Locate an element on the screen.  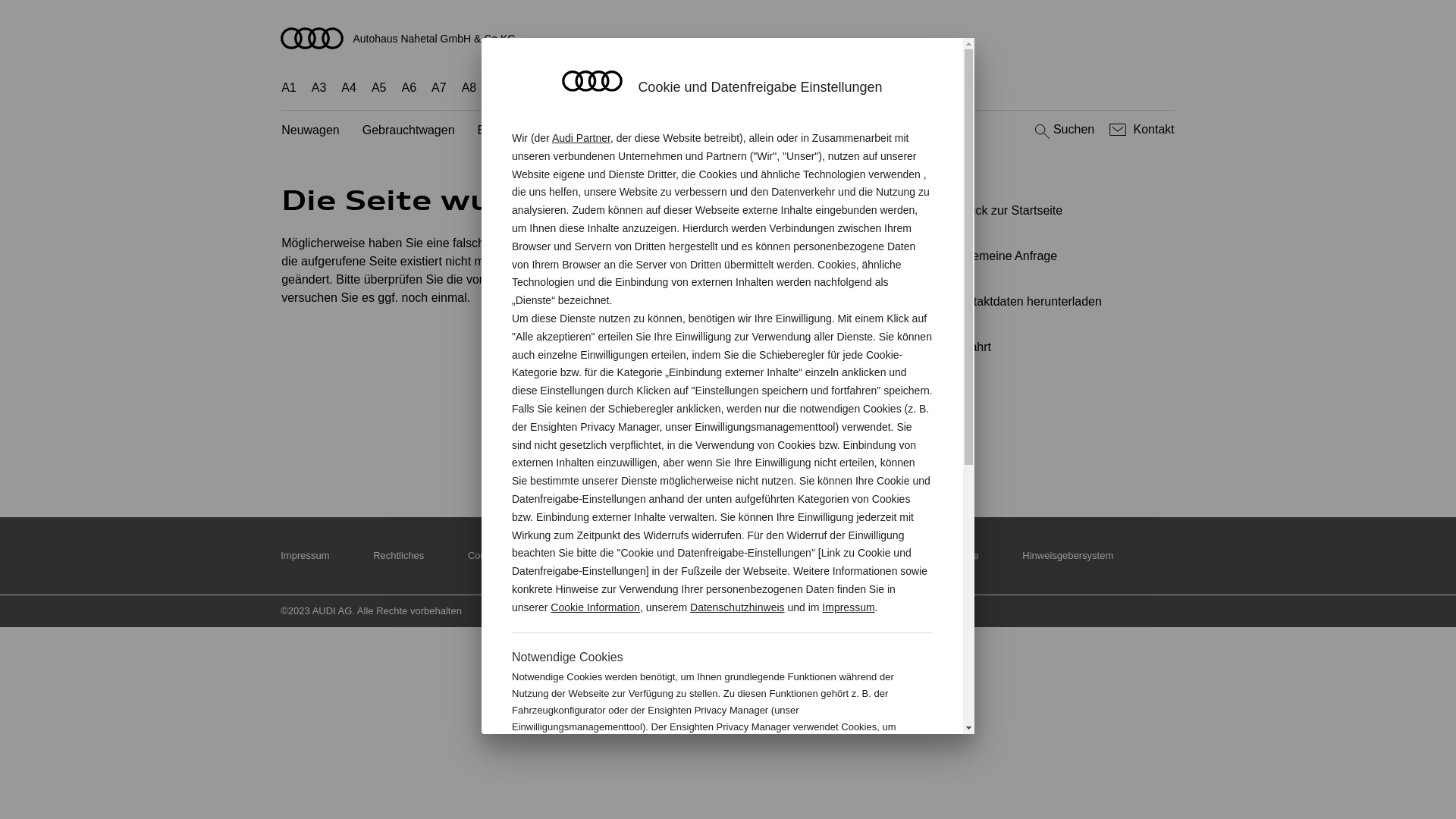
'RS' is located at coordinates (833, 87).